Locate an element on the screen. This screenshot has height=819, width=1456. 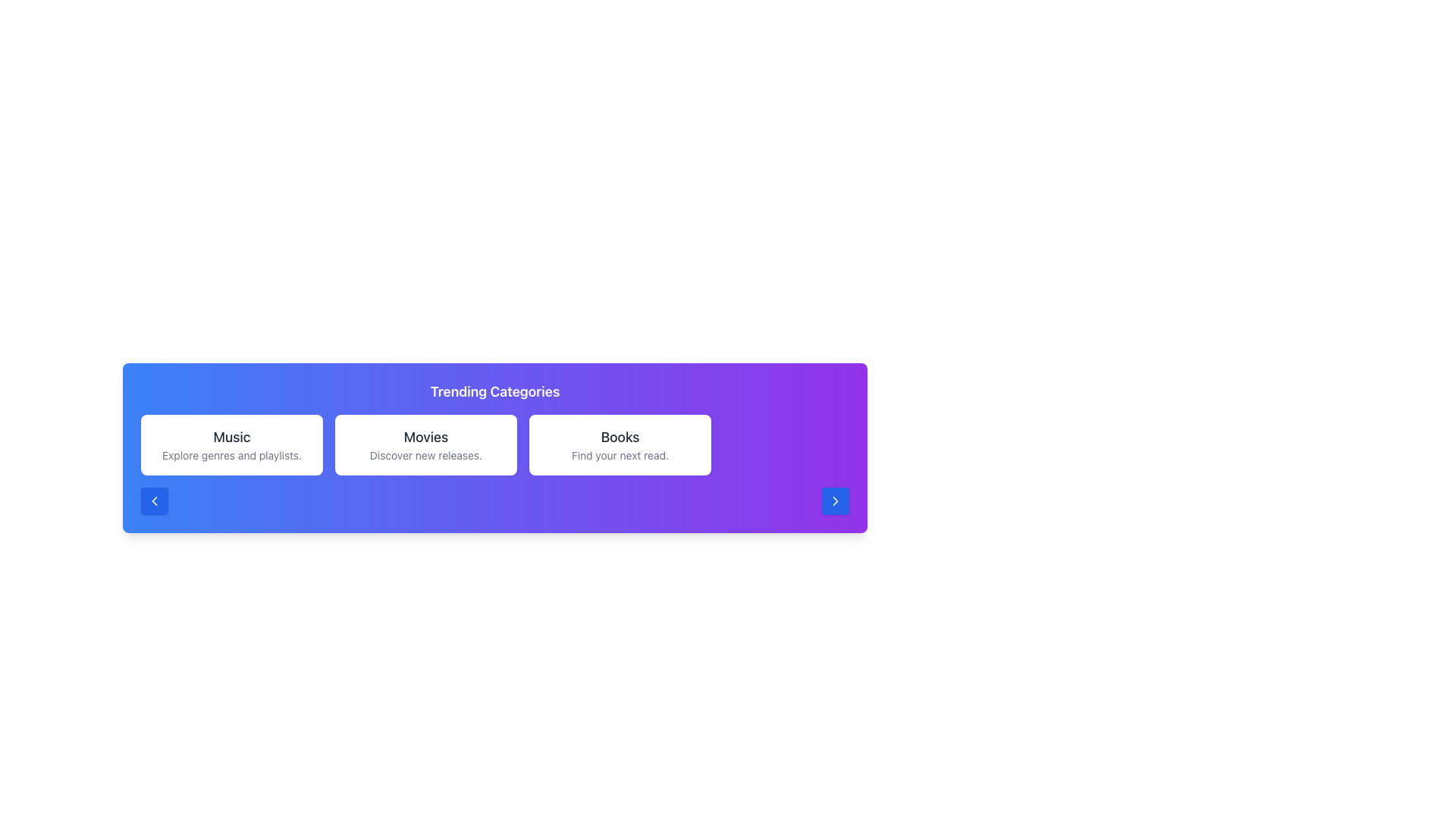
the static text label that reads 'Find your next read', which is styled with a small font size and light gray color, located beneath the 'Books' label on the third card in a horizontally arranged series of cards is located at coordinates (620, 455).